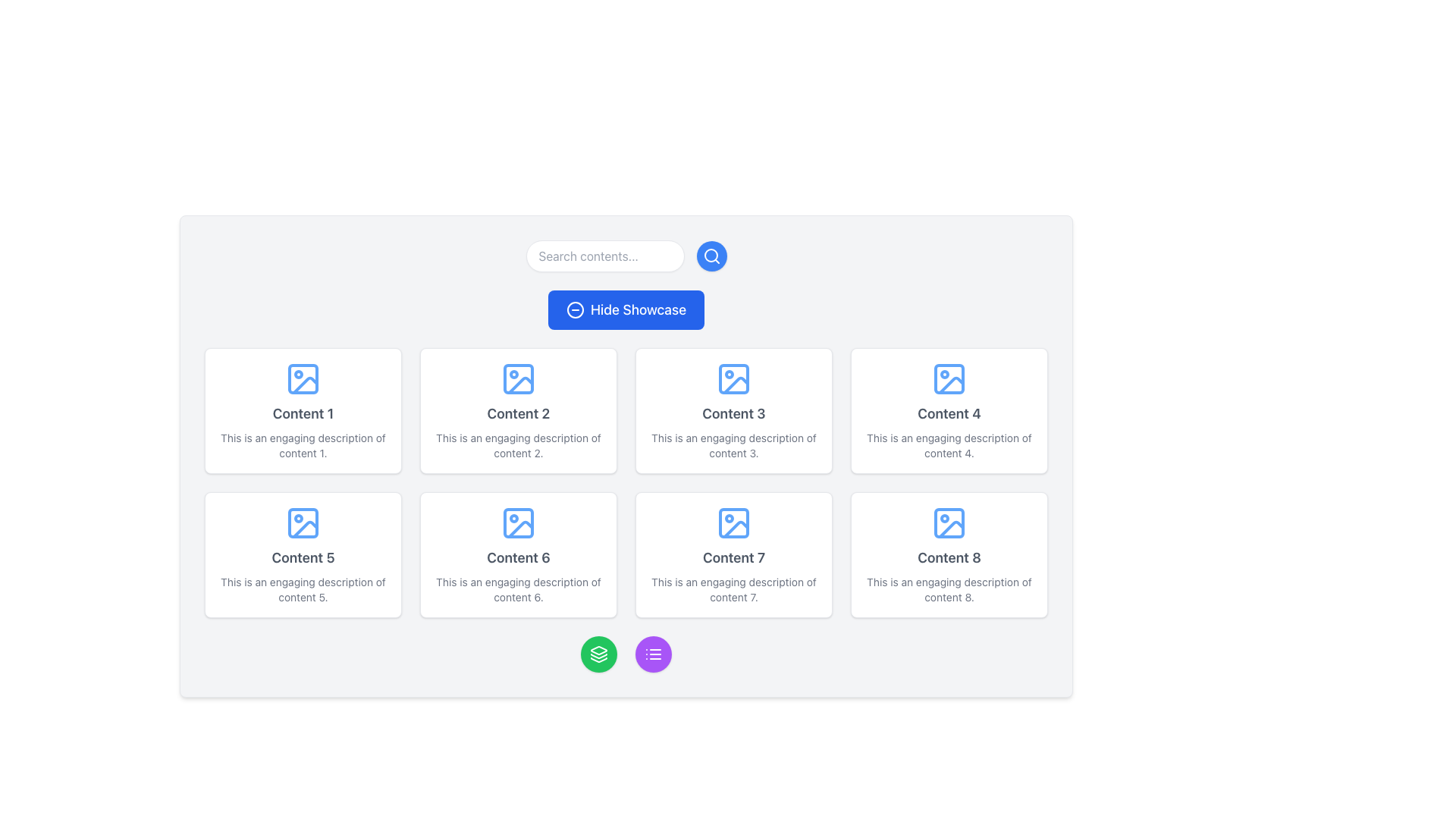 This screenshot has height=819, width=1456. What do you see at coordinates (949, 589) in the screenshot?
I see `the text label displaying 'This is an engaging description of content 8.' located beneath the title 'Content 8' in the card for 'Content 8' to trigger potential tooltips` at bounding box center [949, 589].